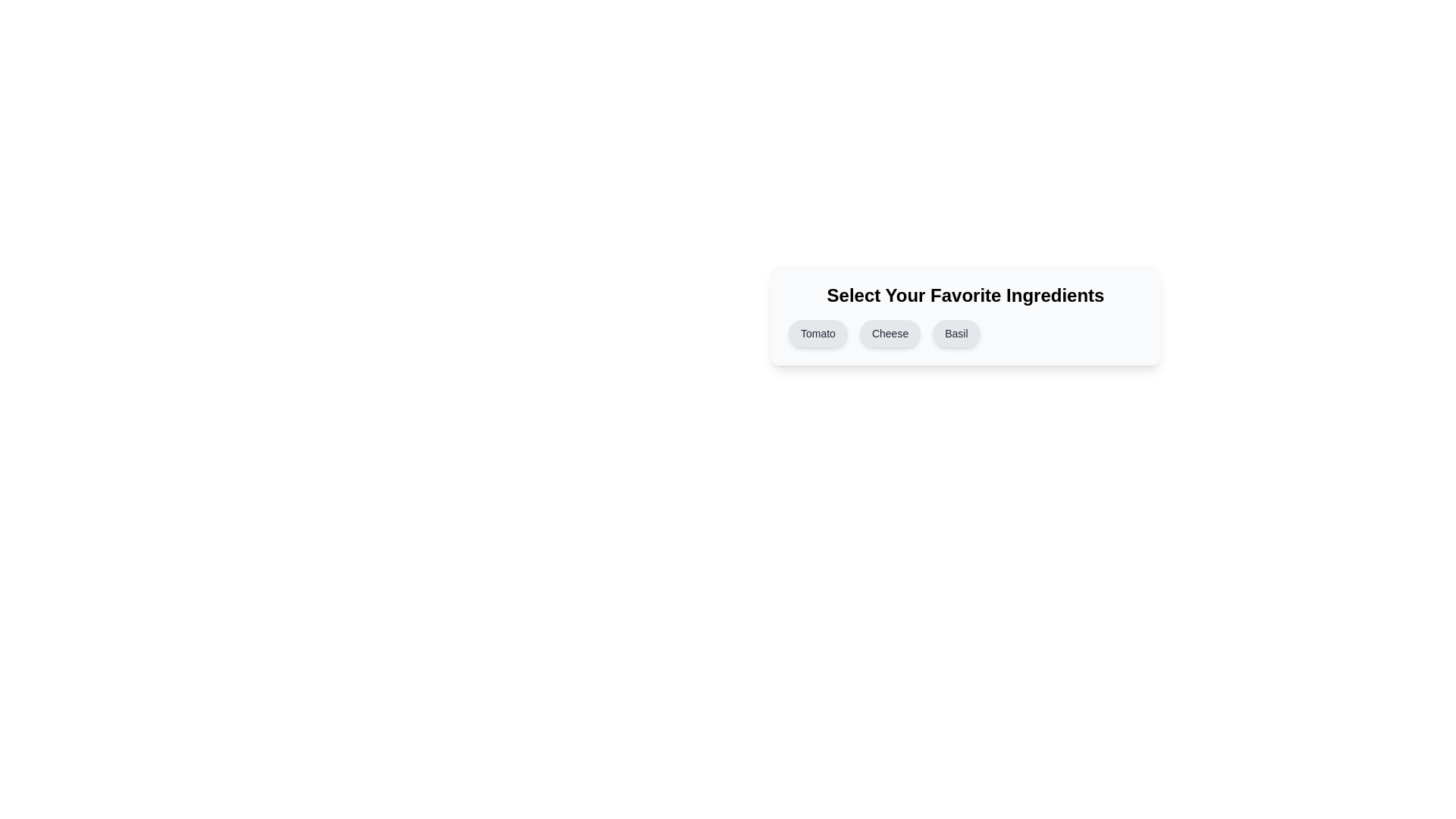  What do you see at coordinates (955, 332) in the screenshot?
I see `the button corresponding to the ingredient Basil` at bounding box center [955, 332].